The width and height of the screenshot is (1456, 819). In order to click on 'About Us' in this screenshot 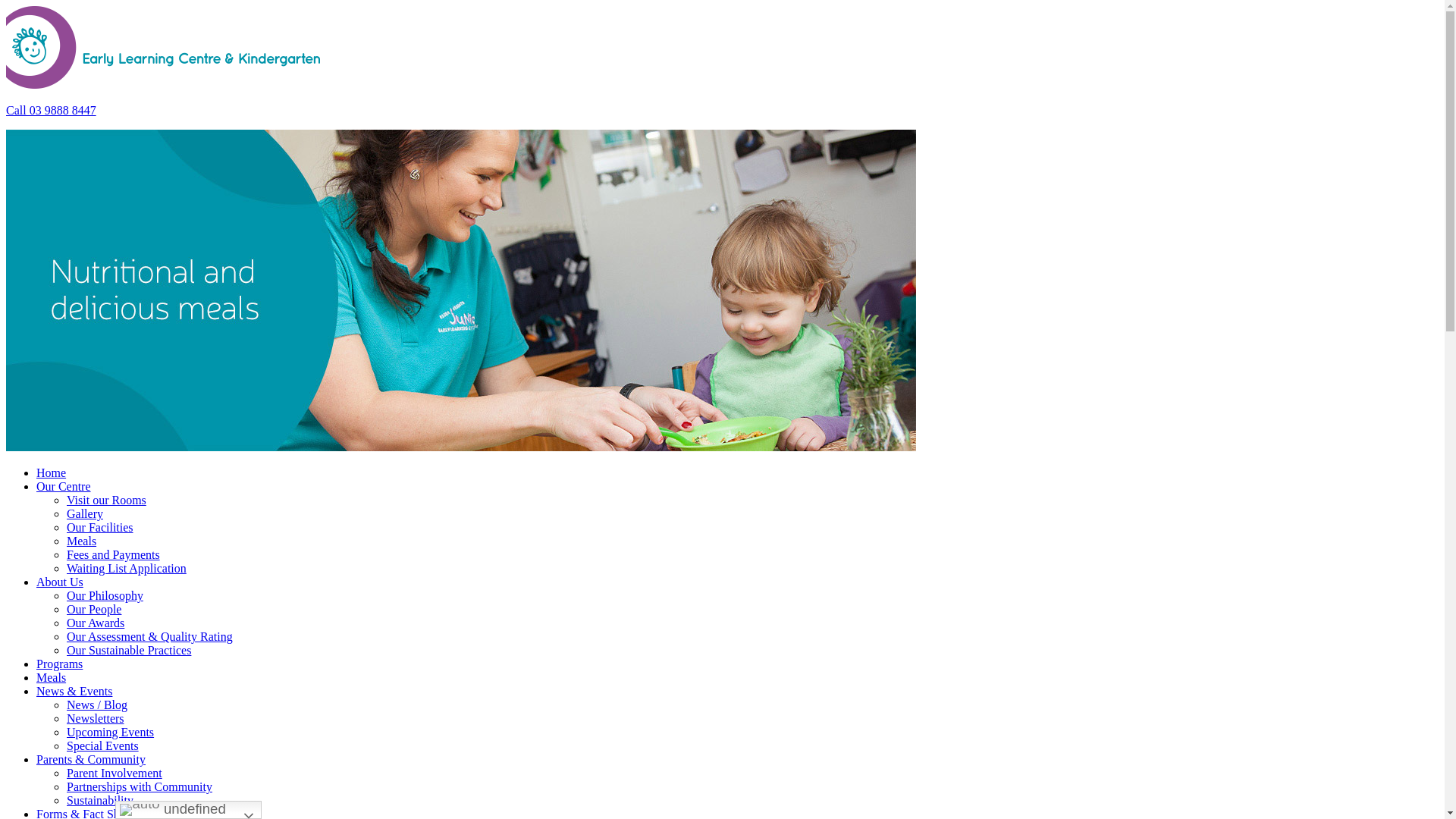, I will do `click(59, 581)`.